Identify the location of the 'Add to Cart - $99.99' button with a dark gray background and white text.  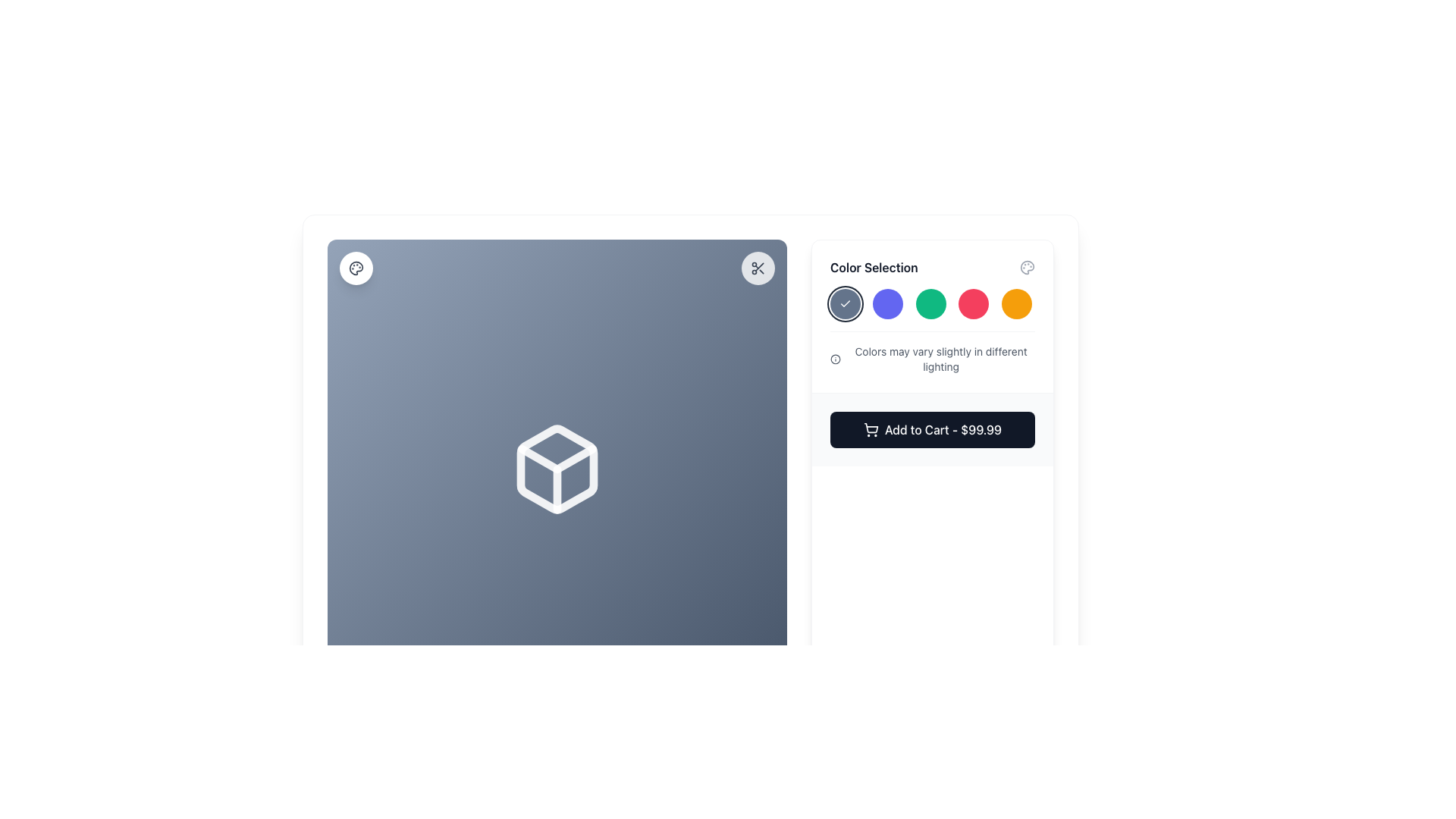
(931, 430).